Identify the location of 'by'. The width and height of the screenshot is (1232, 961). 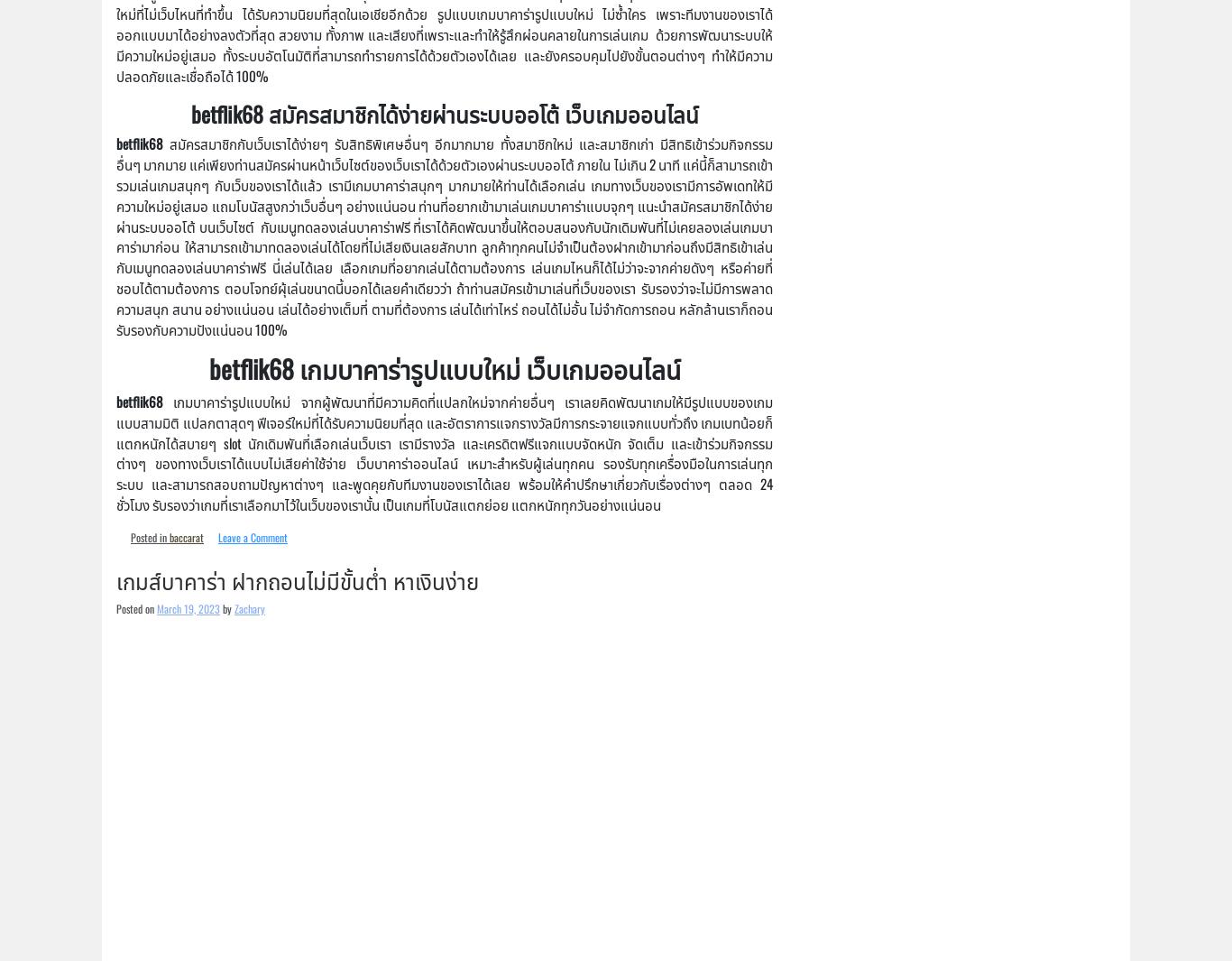
(227, 607).